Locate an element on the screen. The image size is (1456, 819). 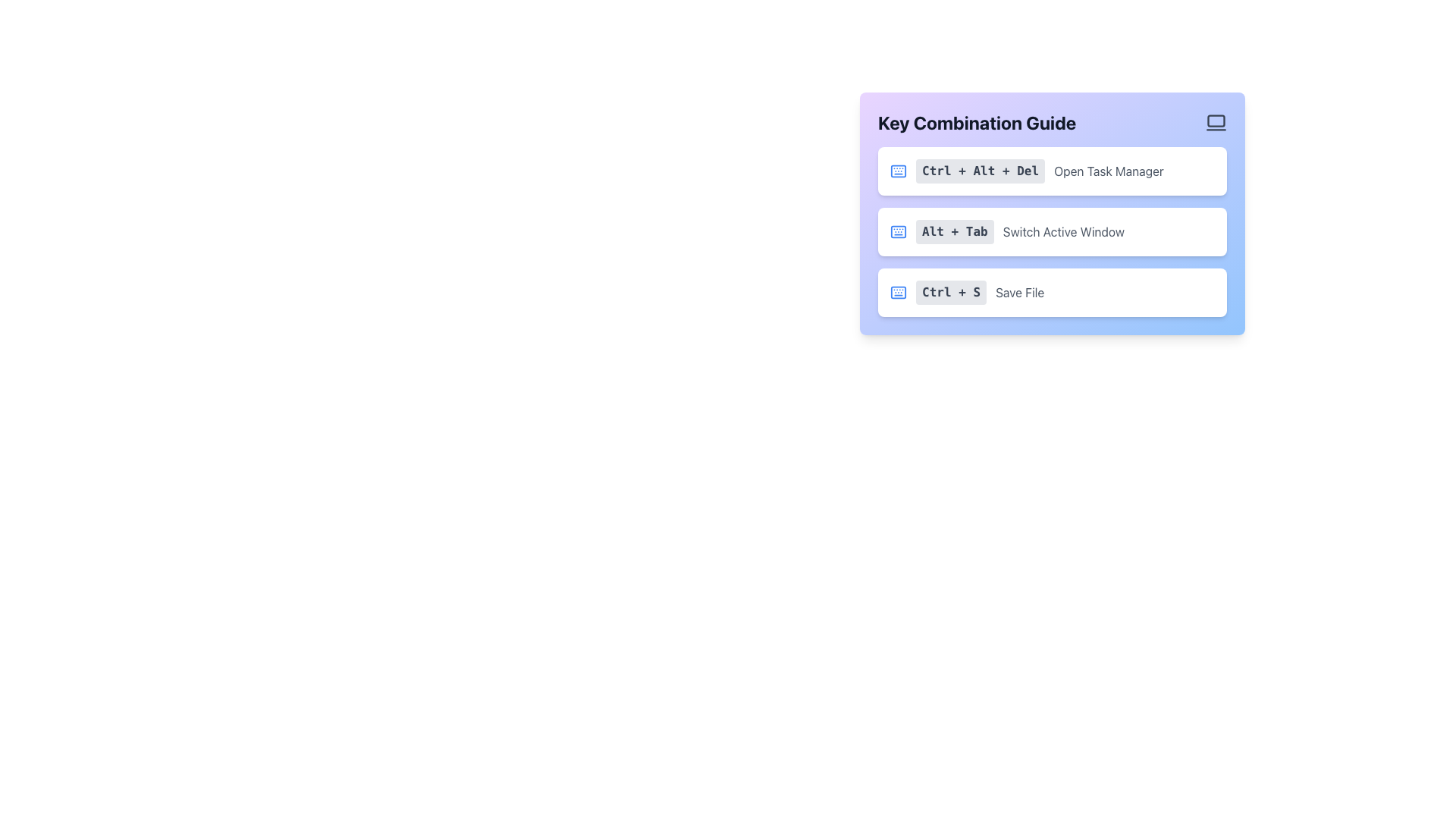
the Text label that indicates the functionality associated with the 'Alt + Tab' keyboard shortcut in the Key Combination Guide is located at coordinates (1062, 231).